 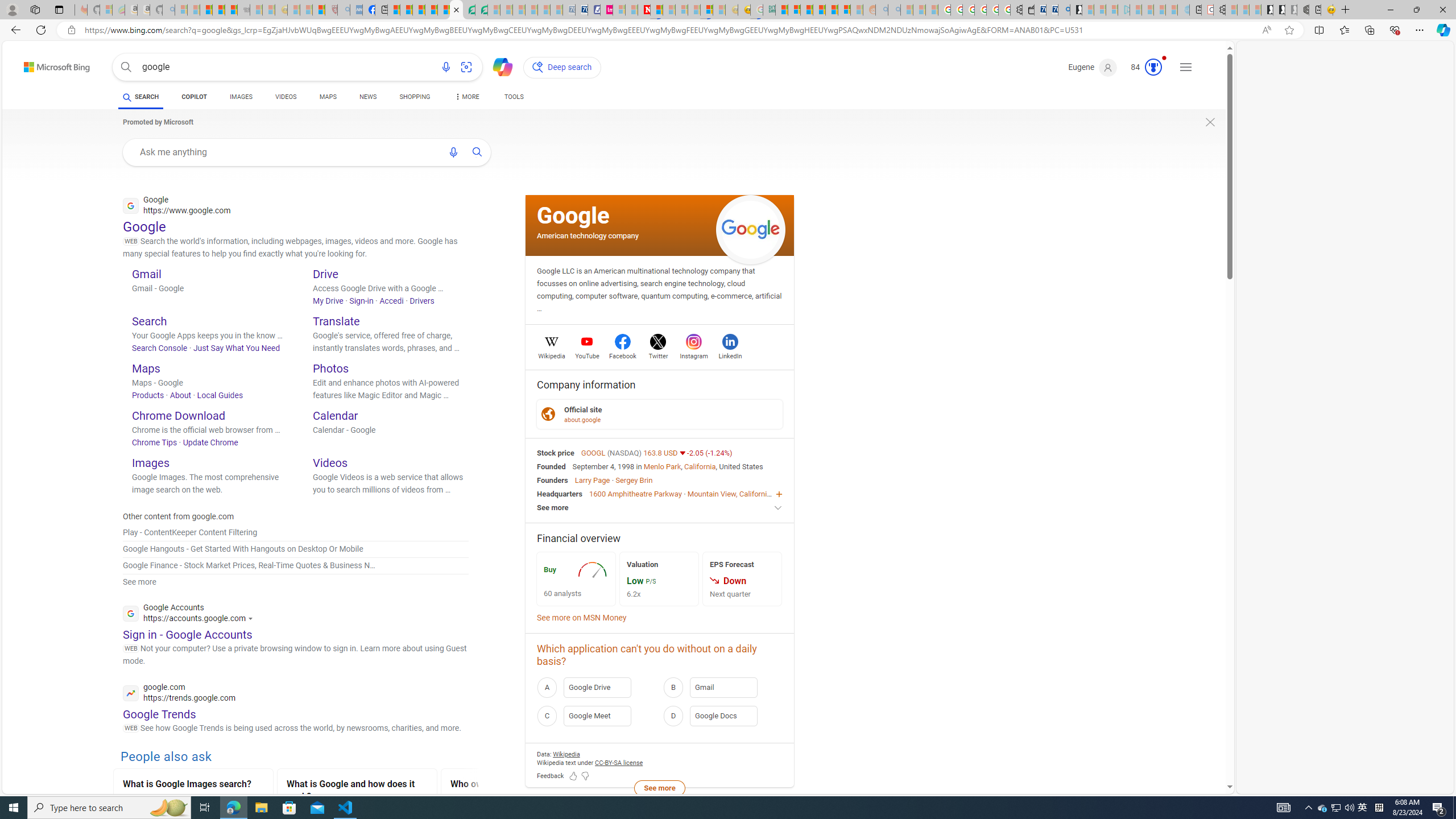 What do you see at coordinates (556, 452) in the screenshot?
I see `'Stock price'` at bounding box center [556, 452].